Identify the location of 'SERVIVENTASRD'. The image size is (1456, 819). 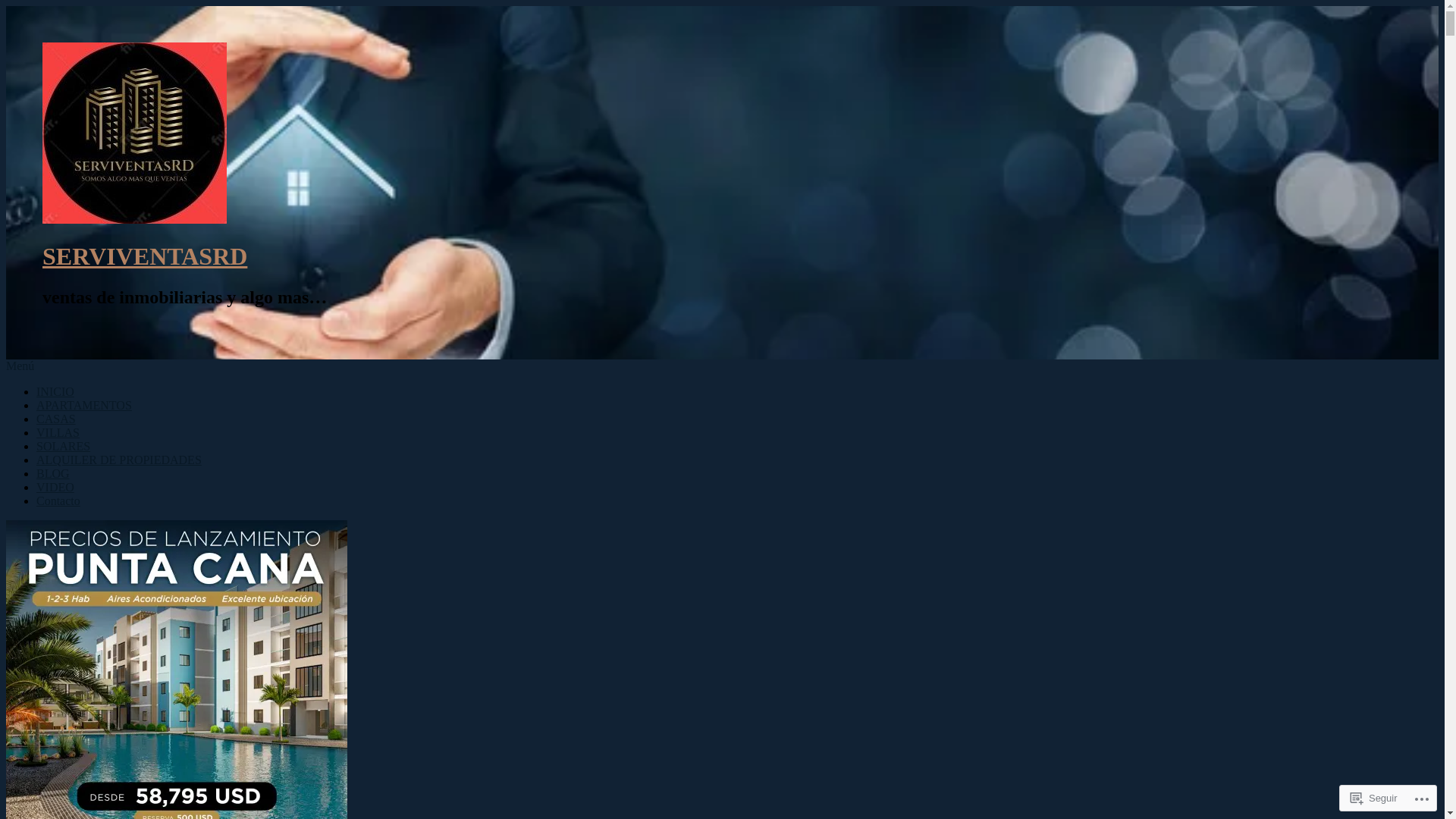
(145, 256).